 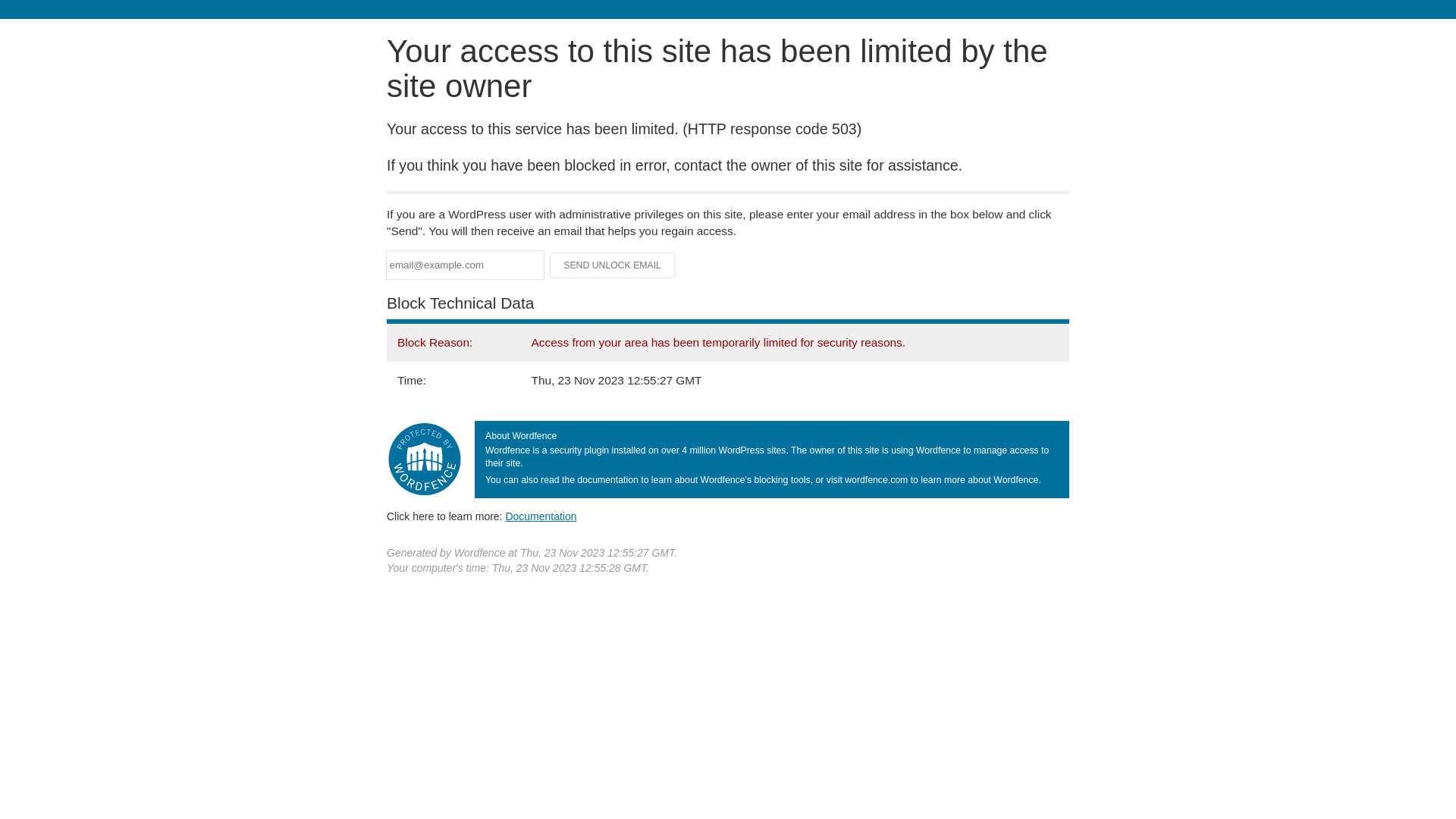 What do you see at coordinates (548, 265) in the screenshot?
I see `'Send Unlock Email'` at bounding box center [548, 265].